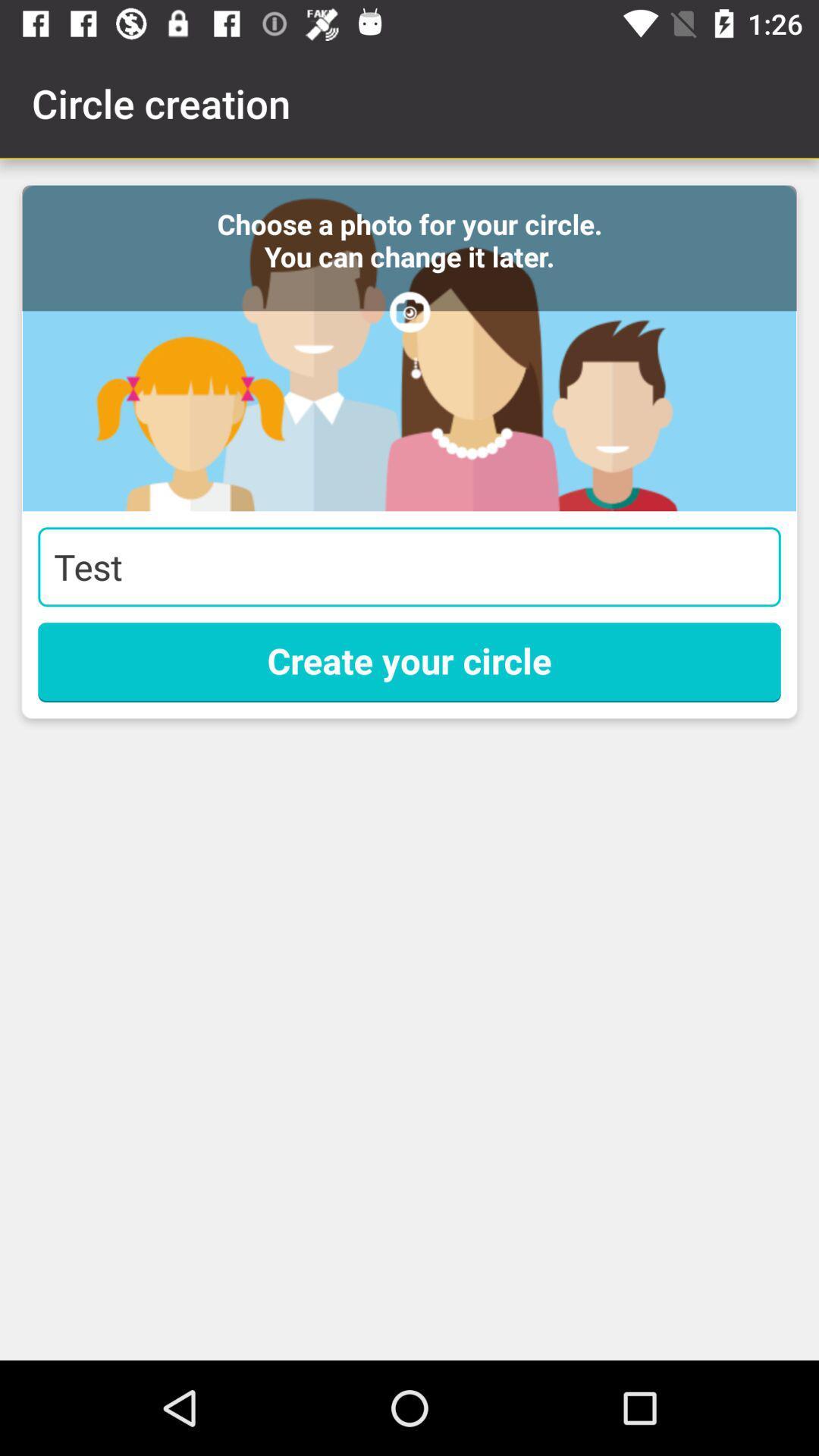 This screenshot has height=1456, width=819. I want to click on a photo, so click(409, 347).